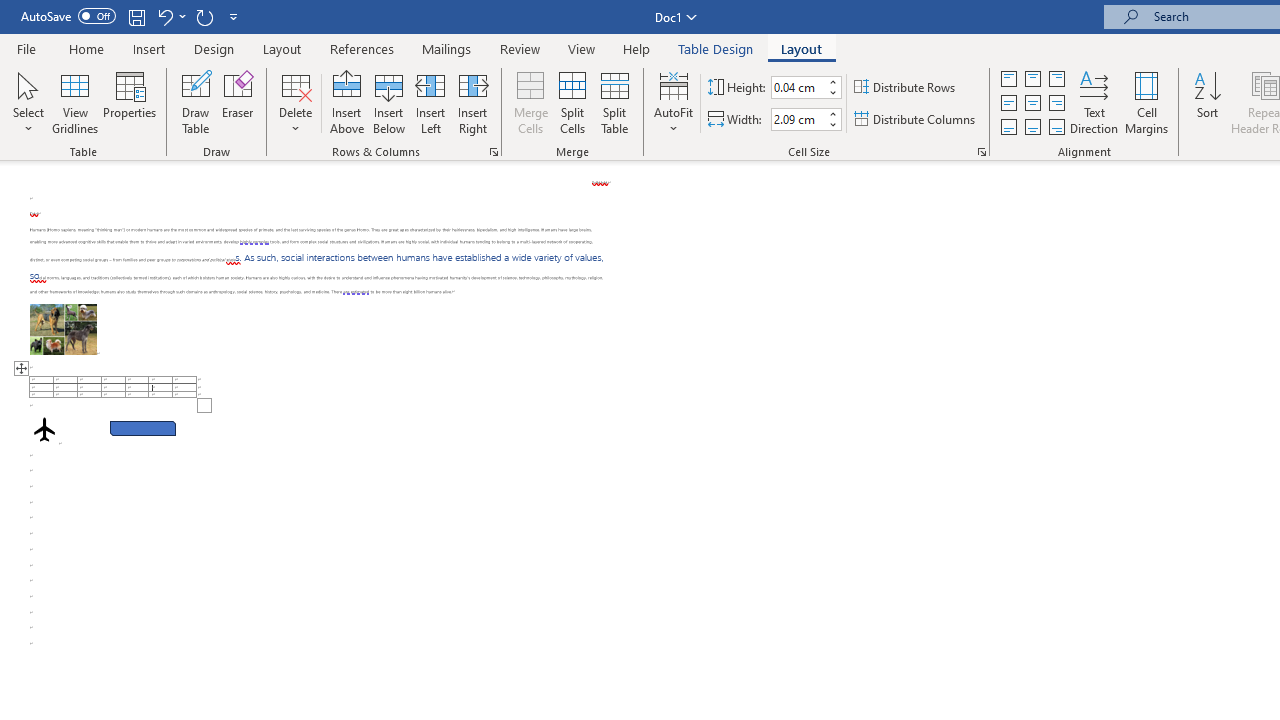 The image size is (1280, 720). I want to click on 'Distribute Columns', so click(915, 119).